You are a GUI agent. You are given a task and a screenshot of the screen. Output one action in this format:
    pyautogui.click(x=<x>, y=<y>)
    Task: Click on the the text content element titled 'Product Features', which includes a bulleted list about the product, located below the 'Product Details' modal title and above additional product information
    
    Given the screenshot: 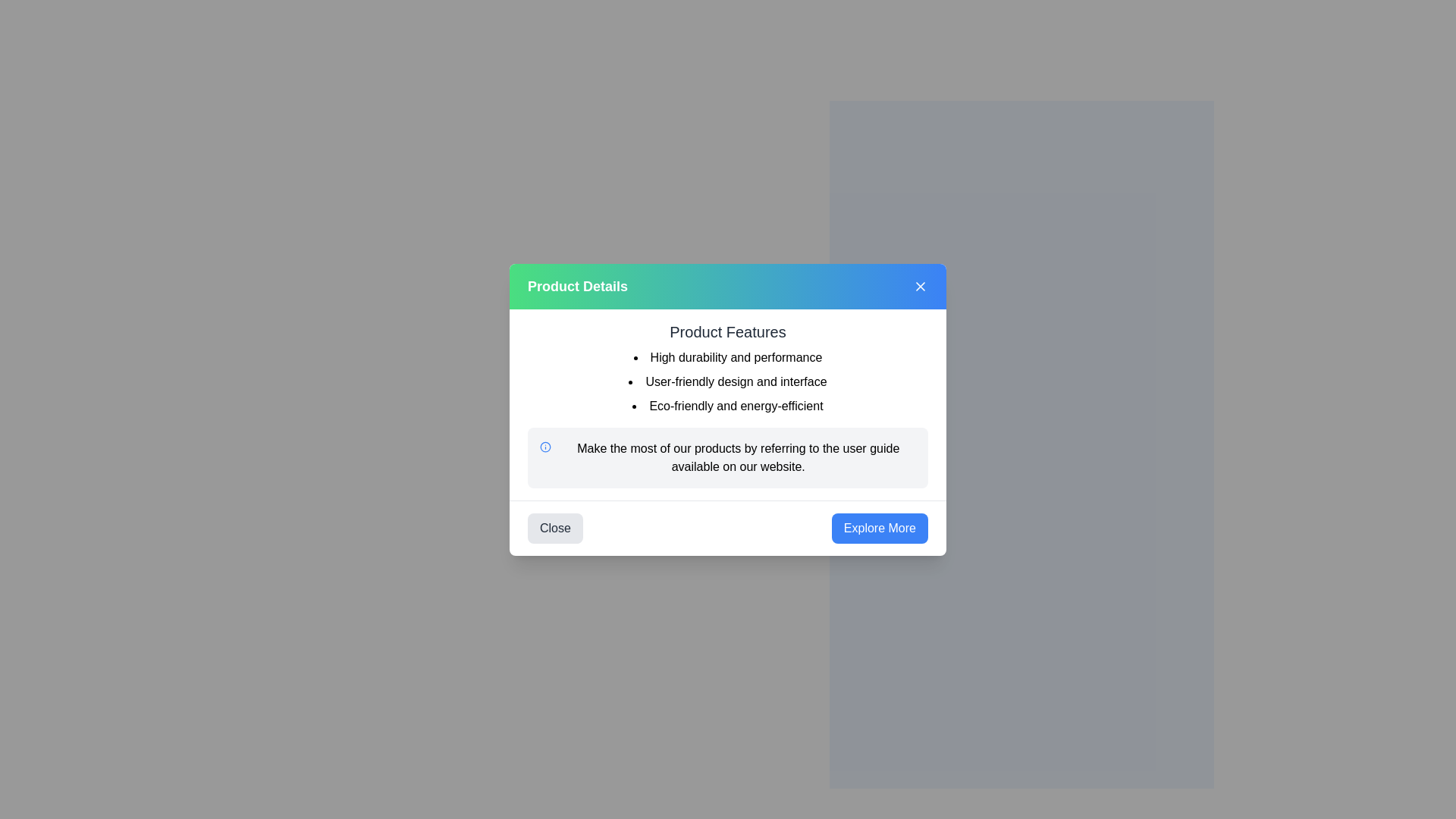 What is the action you would take?
    pyautogui.click(x=728, y=368)
    